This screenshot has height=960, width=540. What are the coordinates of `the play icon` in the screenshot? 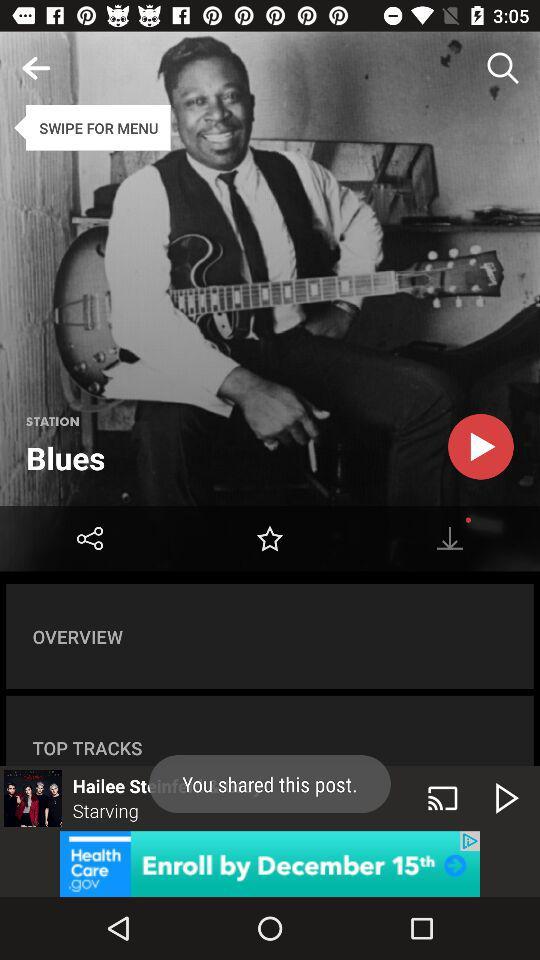 It's located at (507, 798).